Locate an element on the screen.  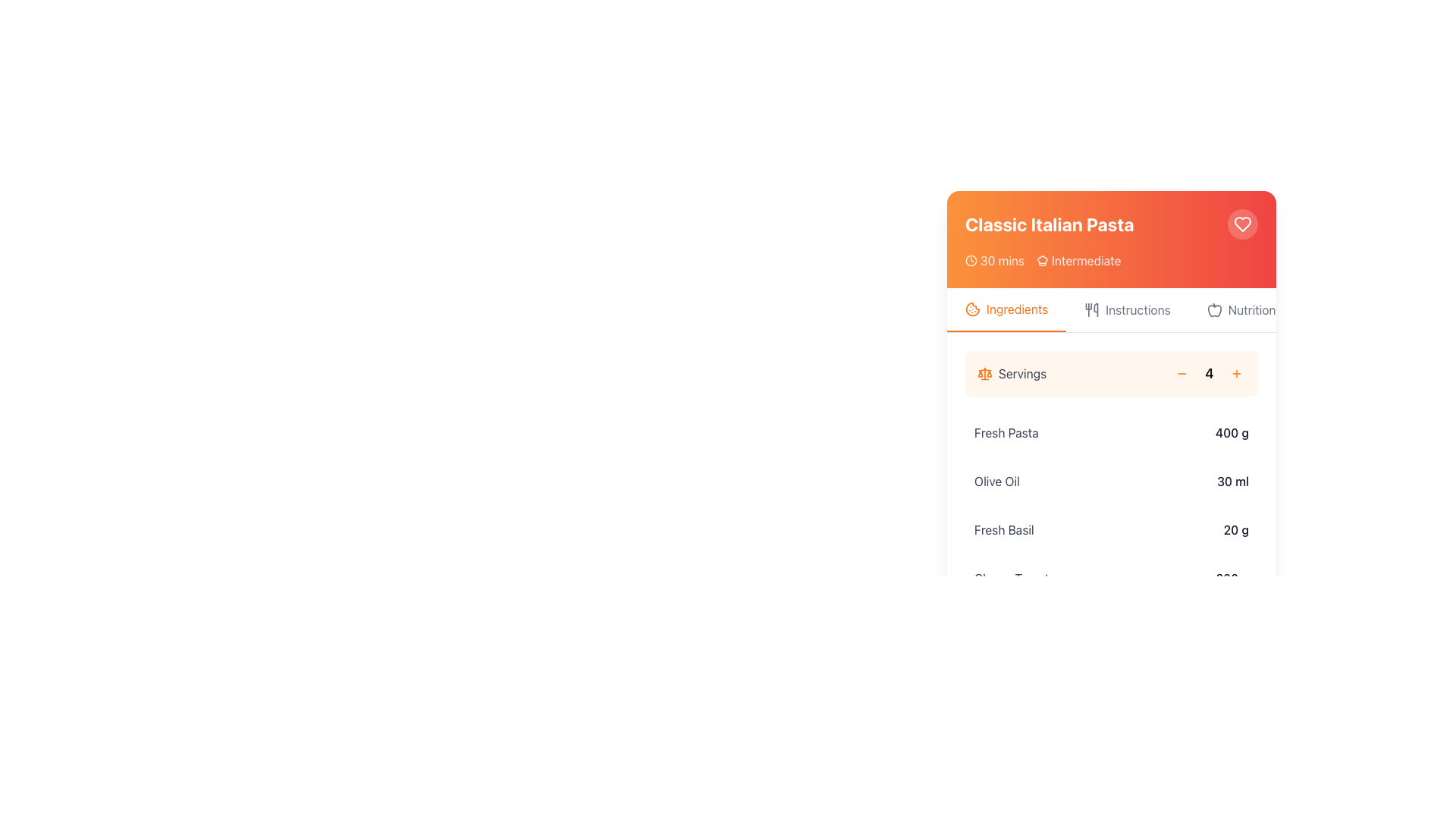
the Text label that describes the servings, located at the top-right corner of the interface, to the right of the scale icon is located at coordinates (1022, 374).